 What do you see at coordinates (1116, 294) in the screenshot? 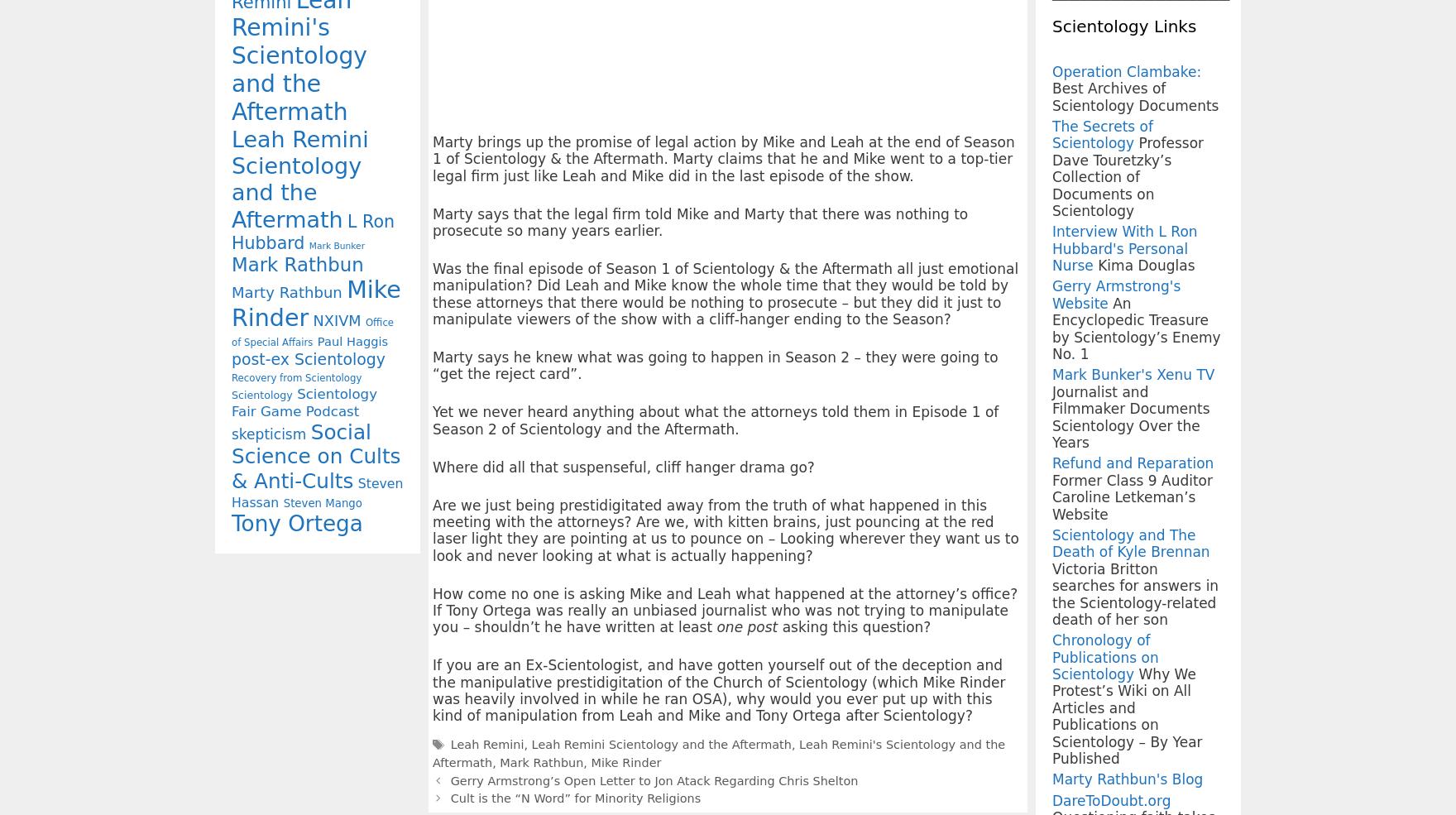
I see `'Gerry Armstrong's Website'` at bounding box center [1116, 294].